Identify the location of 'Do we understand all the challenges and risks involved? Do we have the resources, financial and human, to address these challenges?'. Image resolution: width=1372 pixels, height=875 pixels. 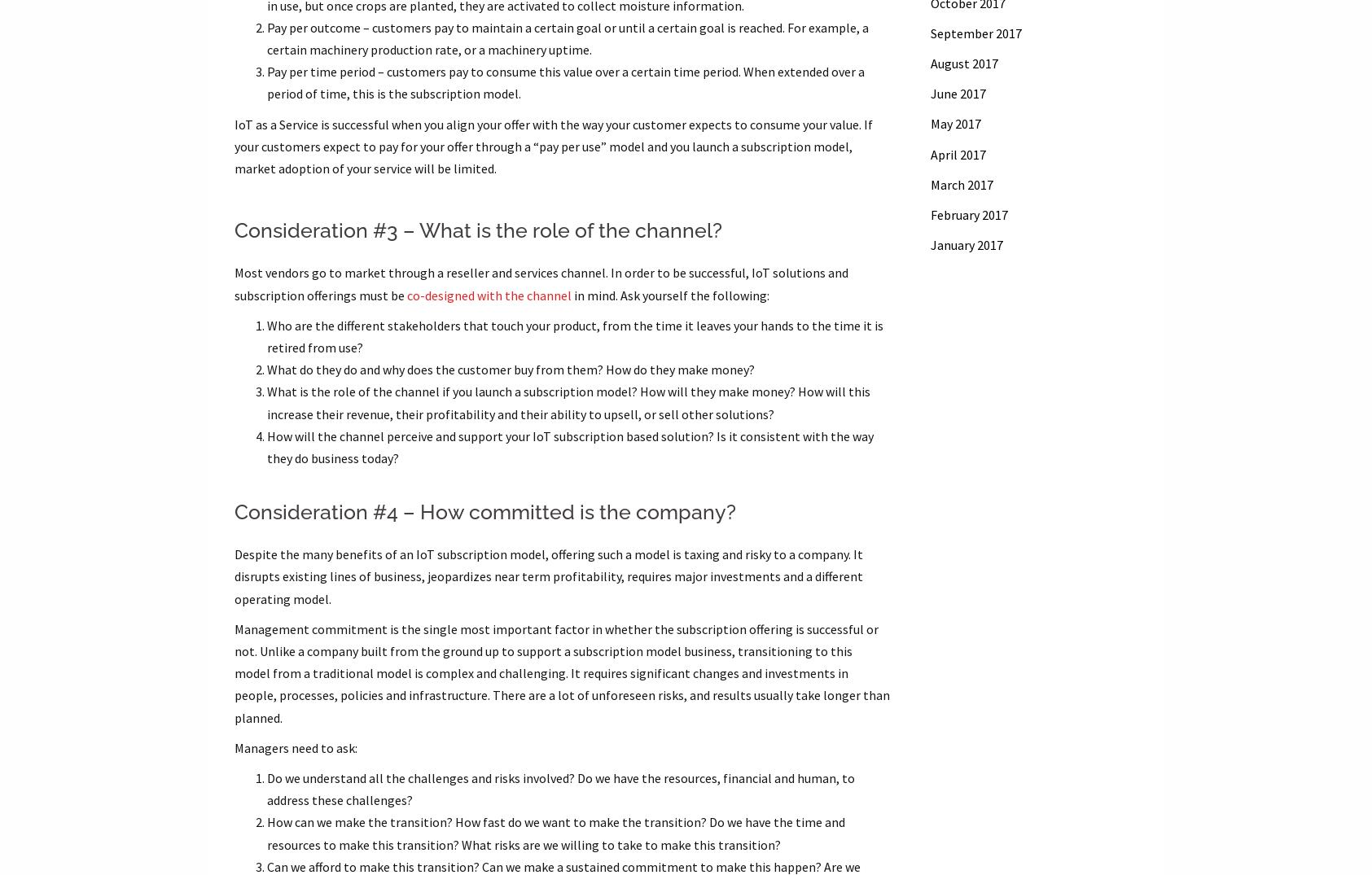
(266, 789).